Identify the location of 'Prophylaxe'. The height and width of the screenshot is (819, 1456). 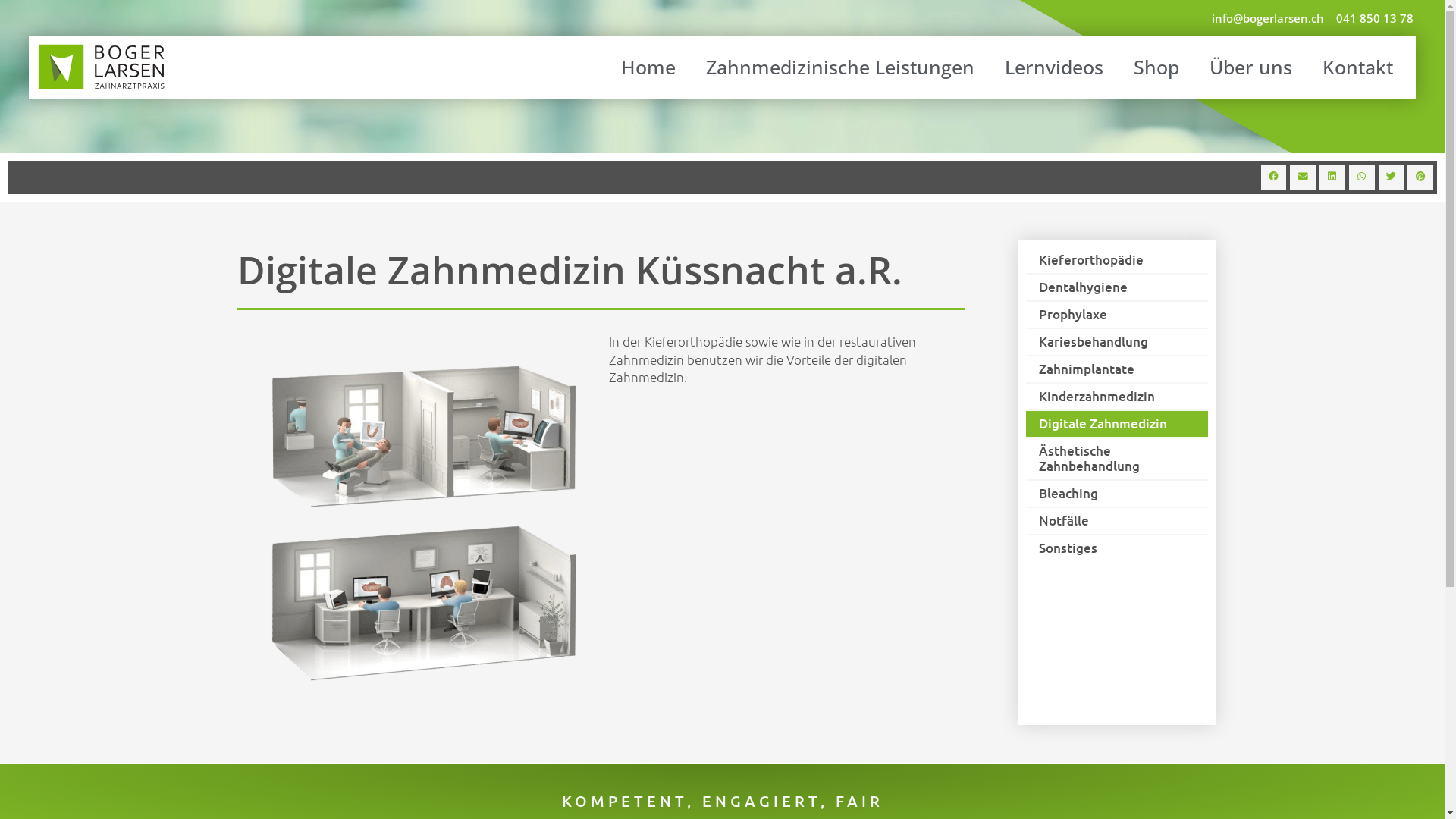
(1116, 314).